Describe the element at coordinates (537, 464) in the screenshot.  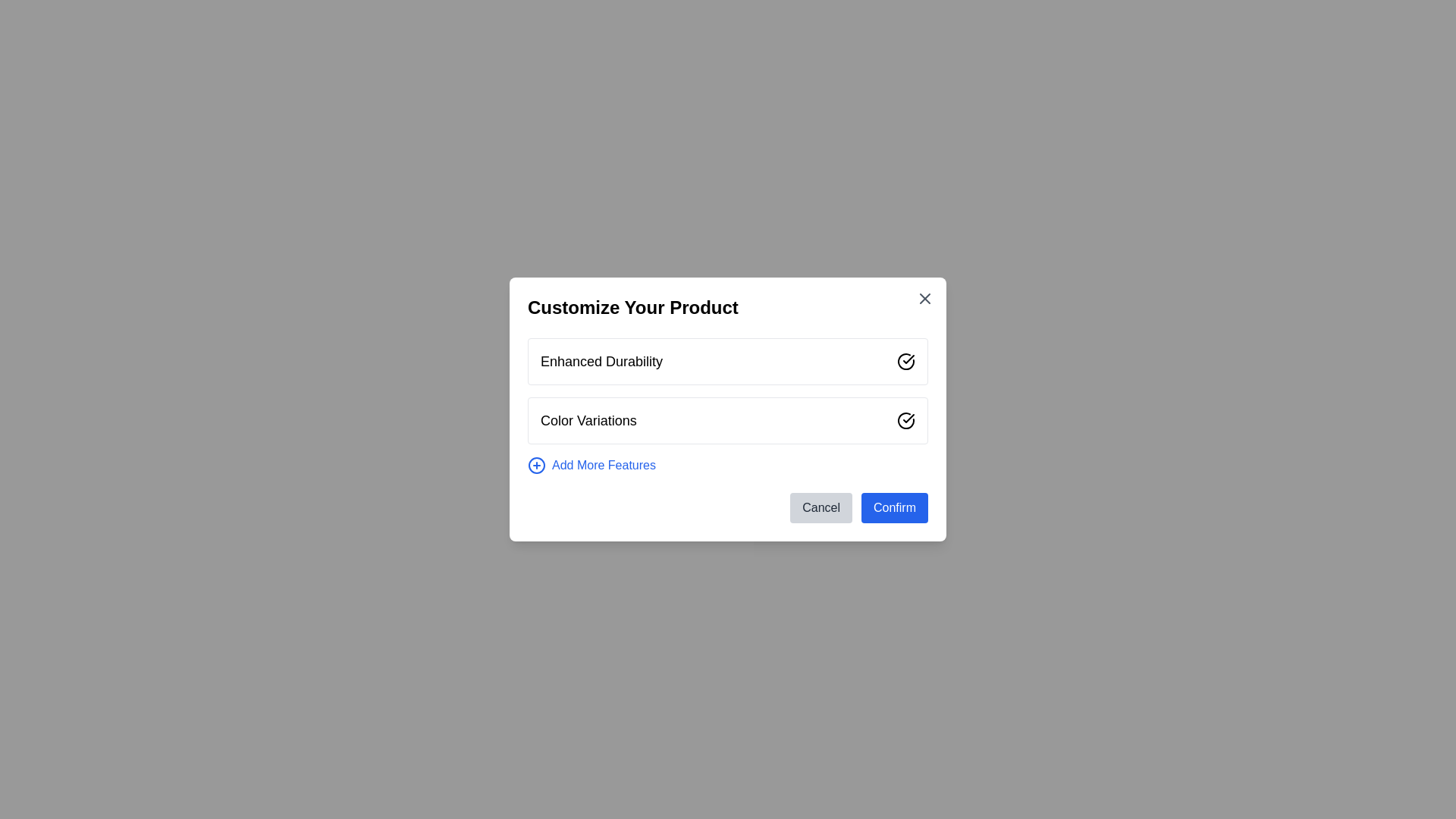
I see `the circular component of the SVG graphic located on the left margin of the 'Add More Features' text link within the modal box` at that location.